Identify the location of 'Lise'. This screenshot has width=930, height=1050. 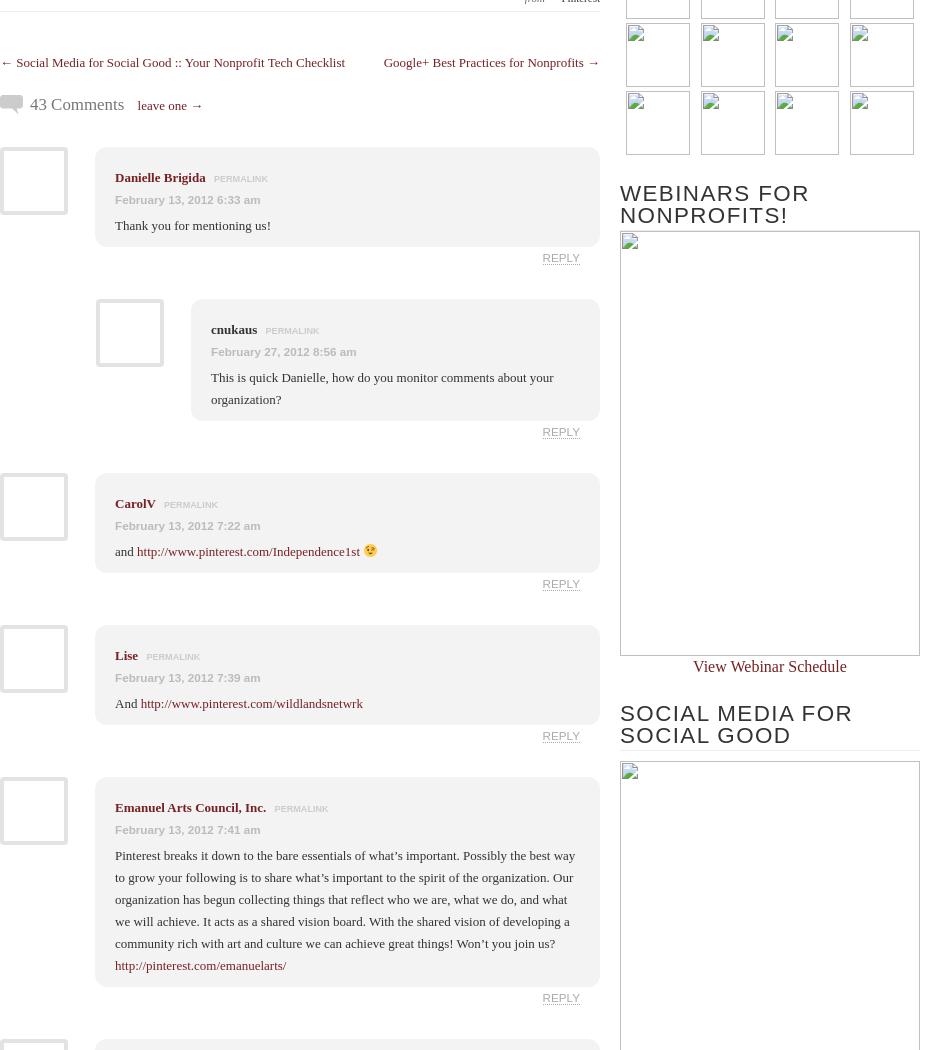
(126, 653).